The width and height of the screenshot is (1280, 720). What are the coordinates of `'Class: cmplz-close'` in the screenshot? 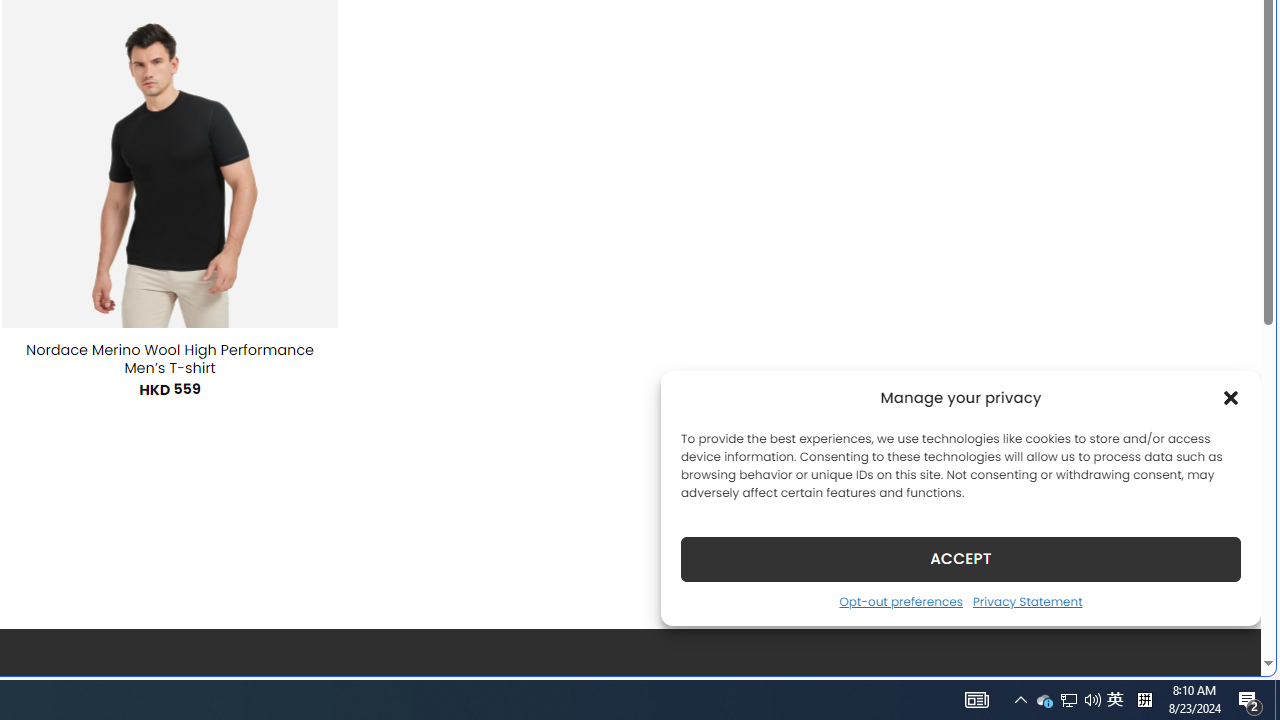 It's located at (1230, 397).